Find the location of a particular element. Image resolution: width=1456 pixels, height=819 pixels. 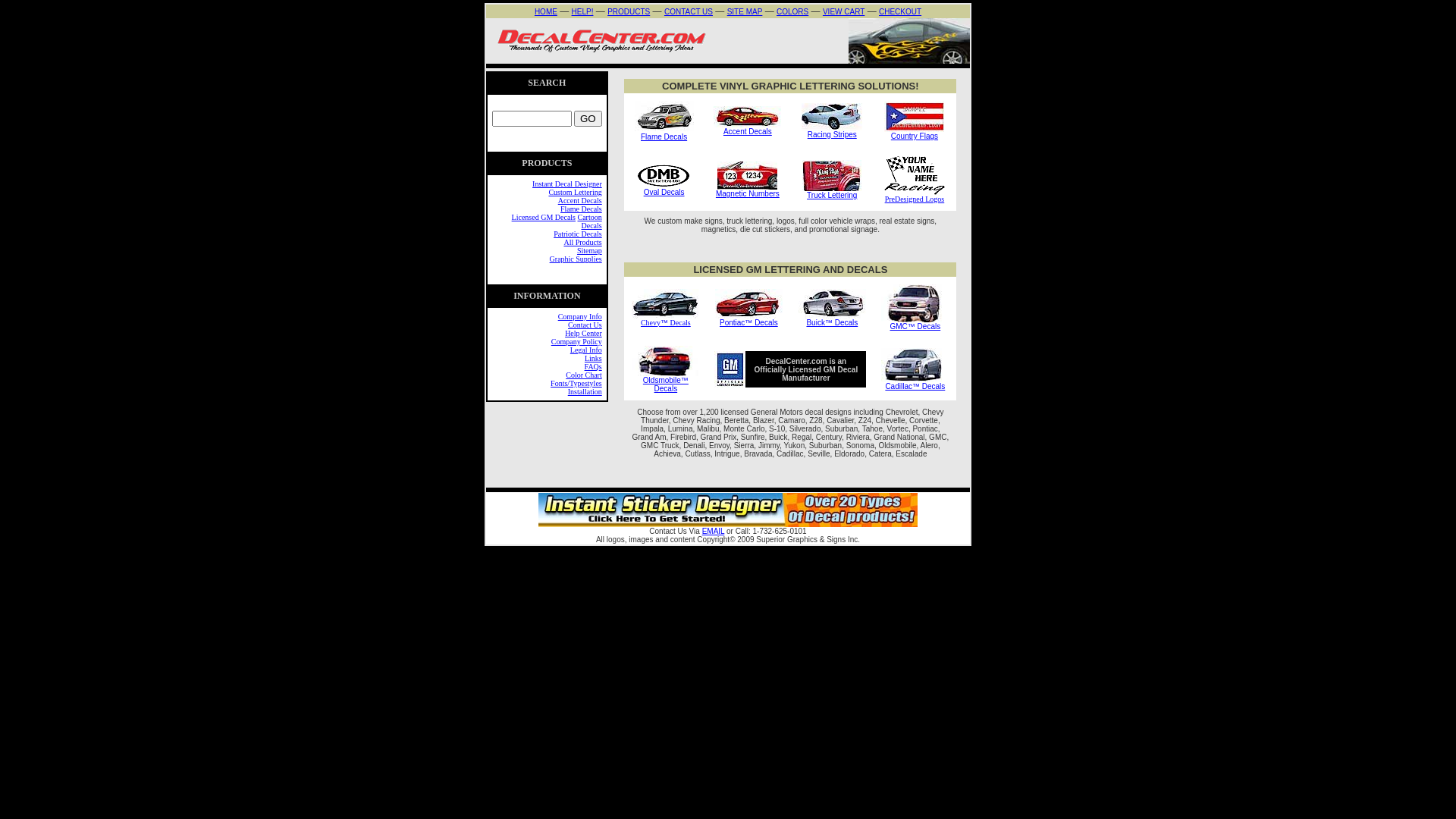

'Company Policy' is located at coordinates (576, 341).